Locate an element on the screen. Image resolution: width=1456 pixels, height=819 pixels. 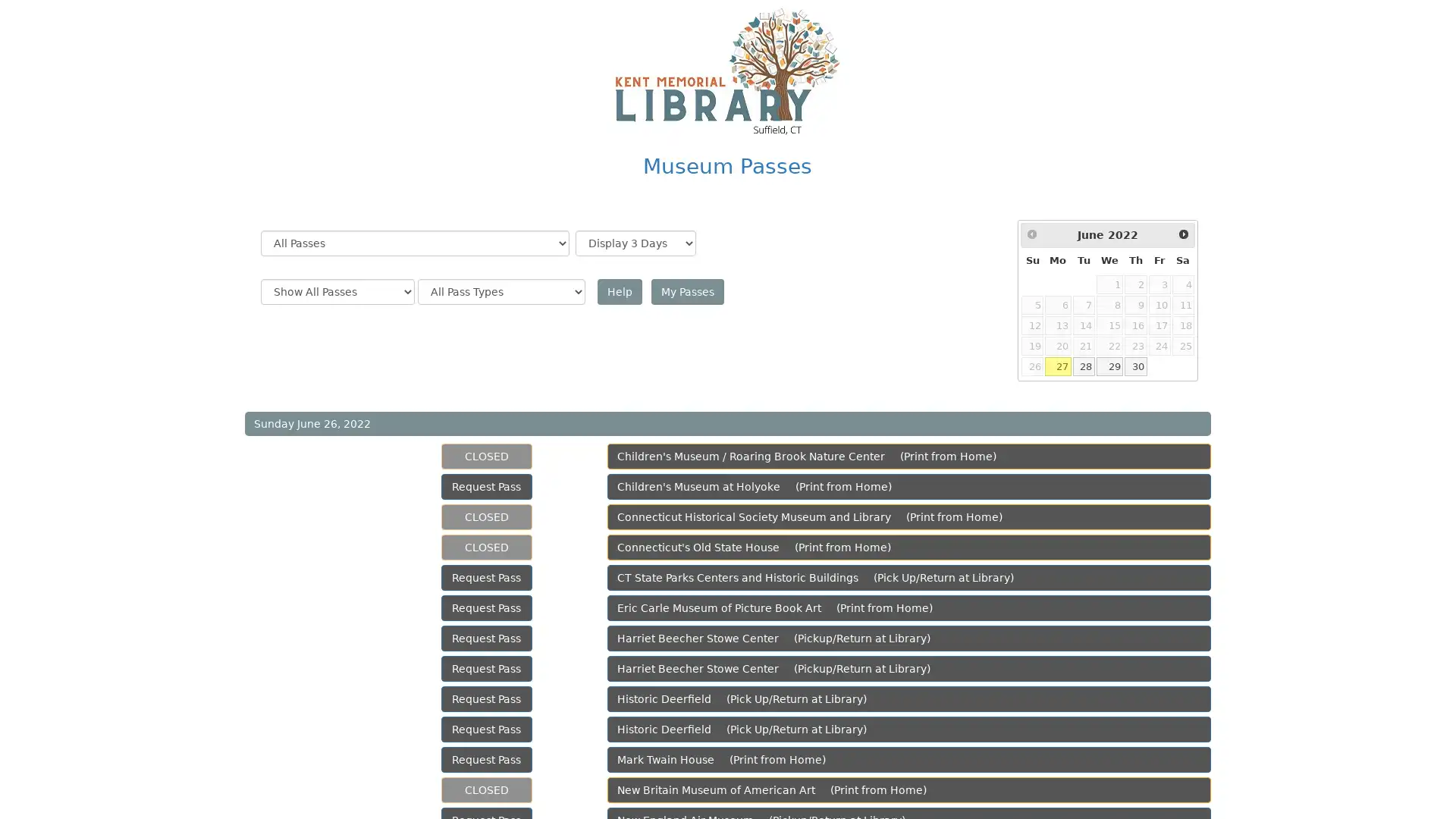
My Passes is located at coordinates (686, 292).